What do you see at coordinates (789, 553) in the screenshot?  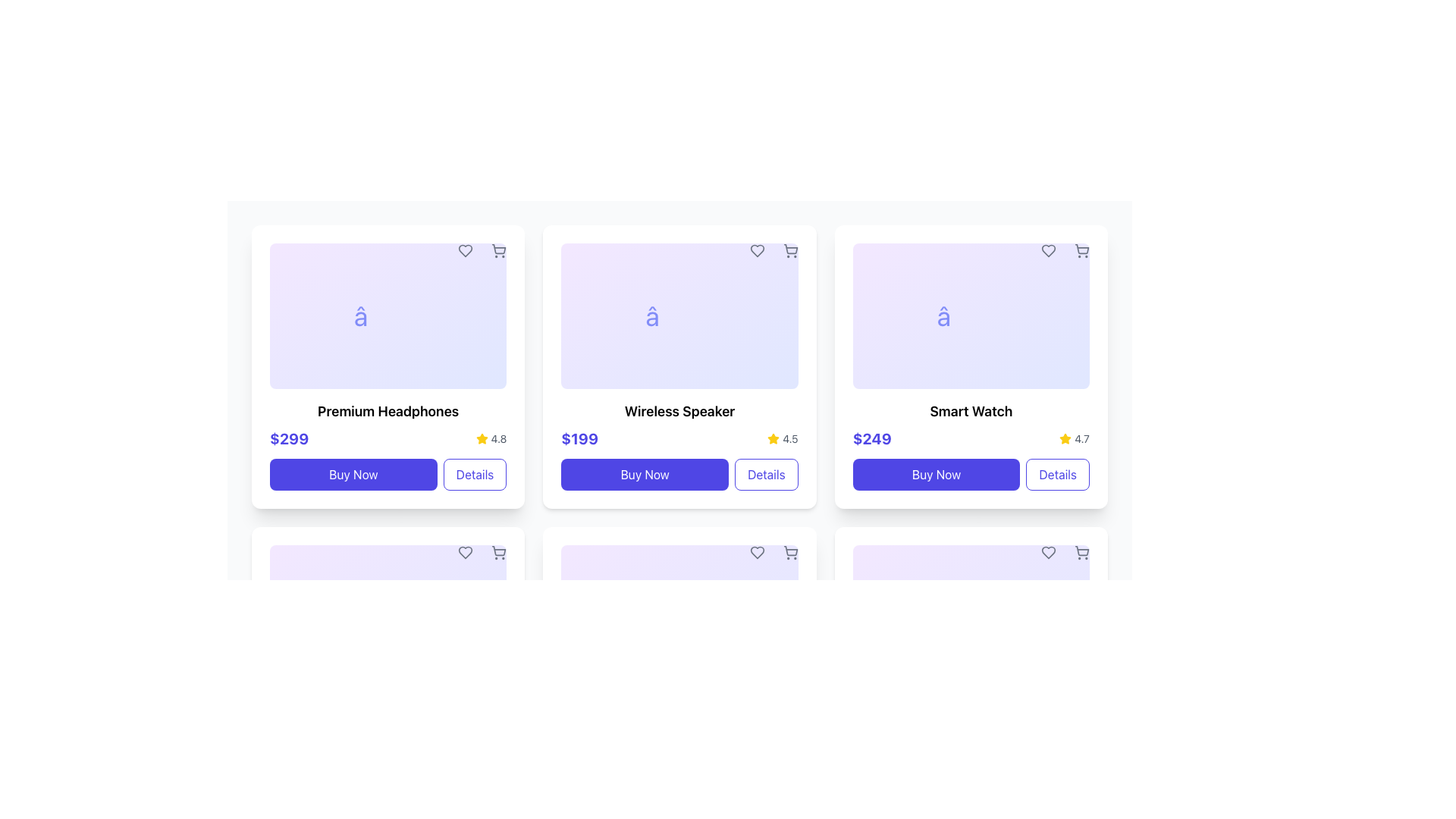 I see `the 'Add to Cart' icon button located at the top-right corner of the product card for the 'Wireless Speaker'` at bounding box center [789, 553].